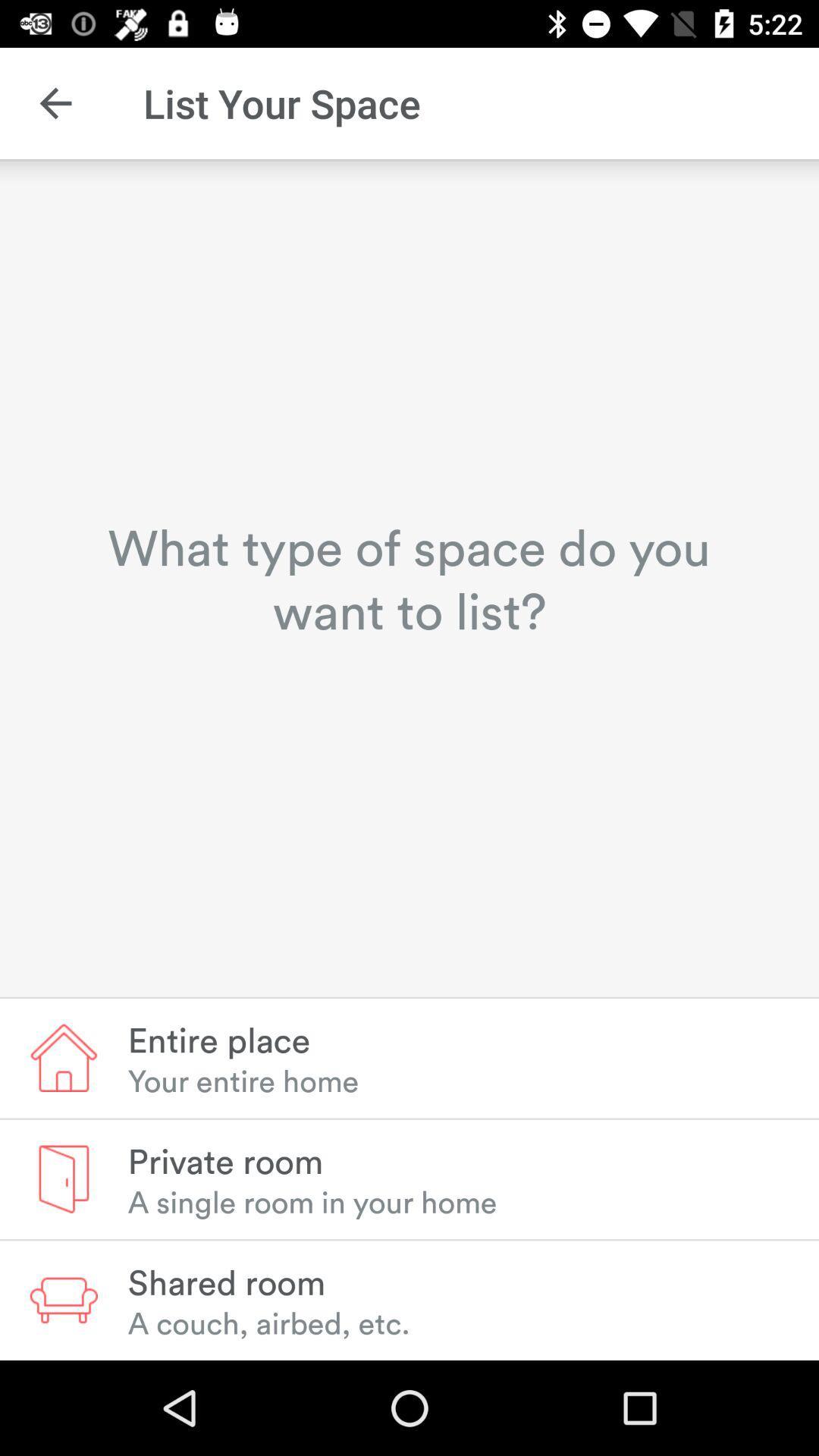 This screenshot has height=1456, width=819. What do you see at coordinates (55, 102) in the screenshot?
I see `the icon at the top left corner` at bounding box center [55, 102].